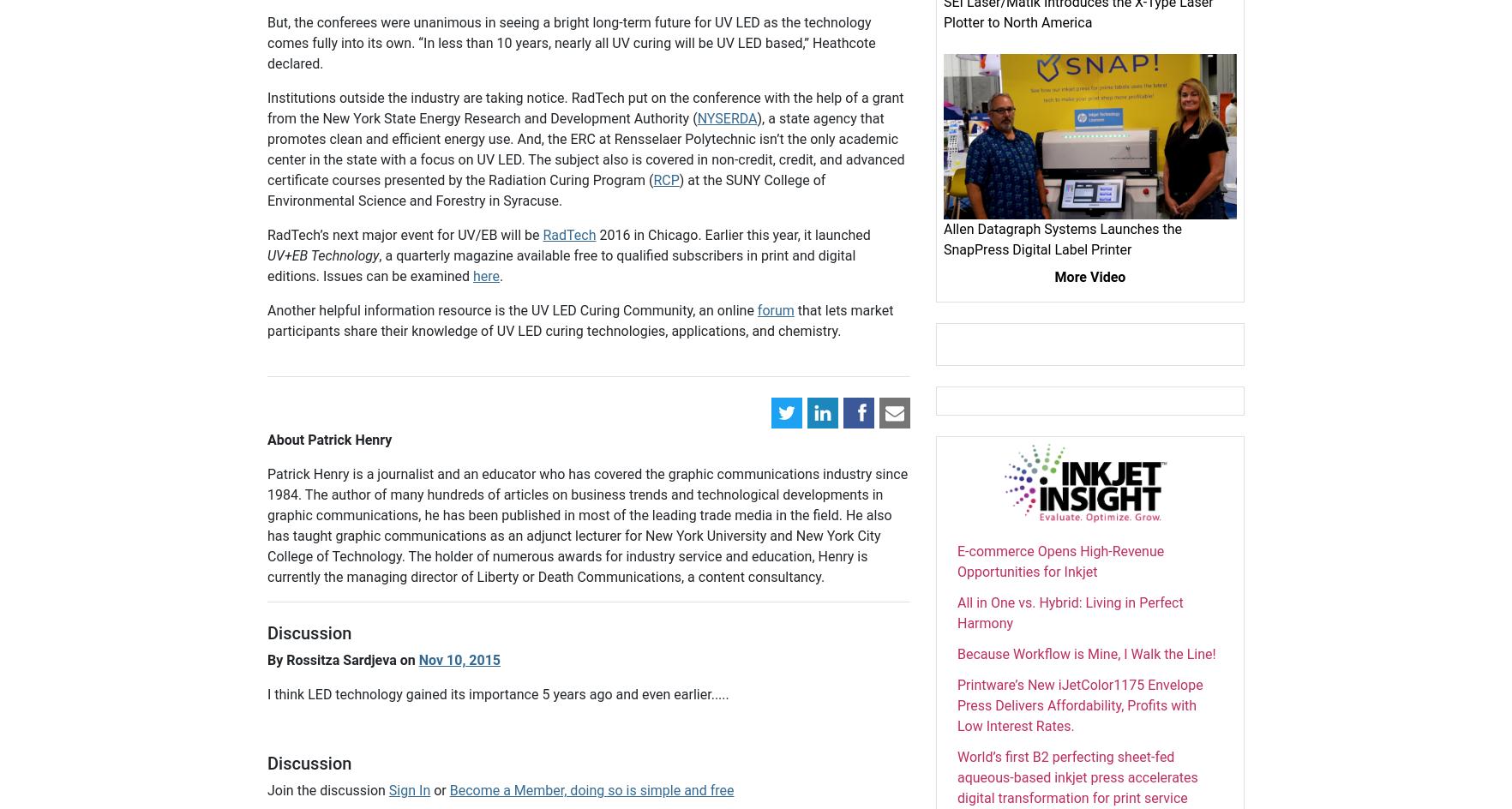 Image resolution: width=1512 pixels, height=809 pixels. Describe the element at coordinates (585, 149) in the screenshot. I see `'), a state agency that promotes clean and efficient energy use. And, the ERC at Rensselaer Polytechnic isn’t the only academic center in the state with a focus on UV LED. The subject also is covered in non-credit, credit, and advanced certificate courses presented by the Radiation Curing Program ('` at that location.